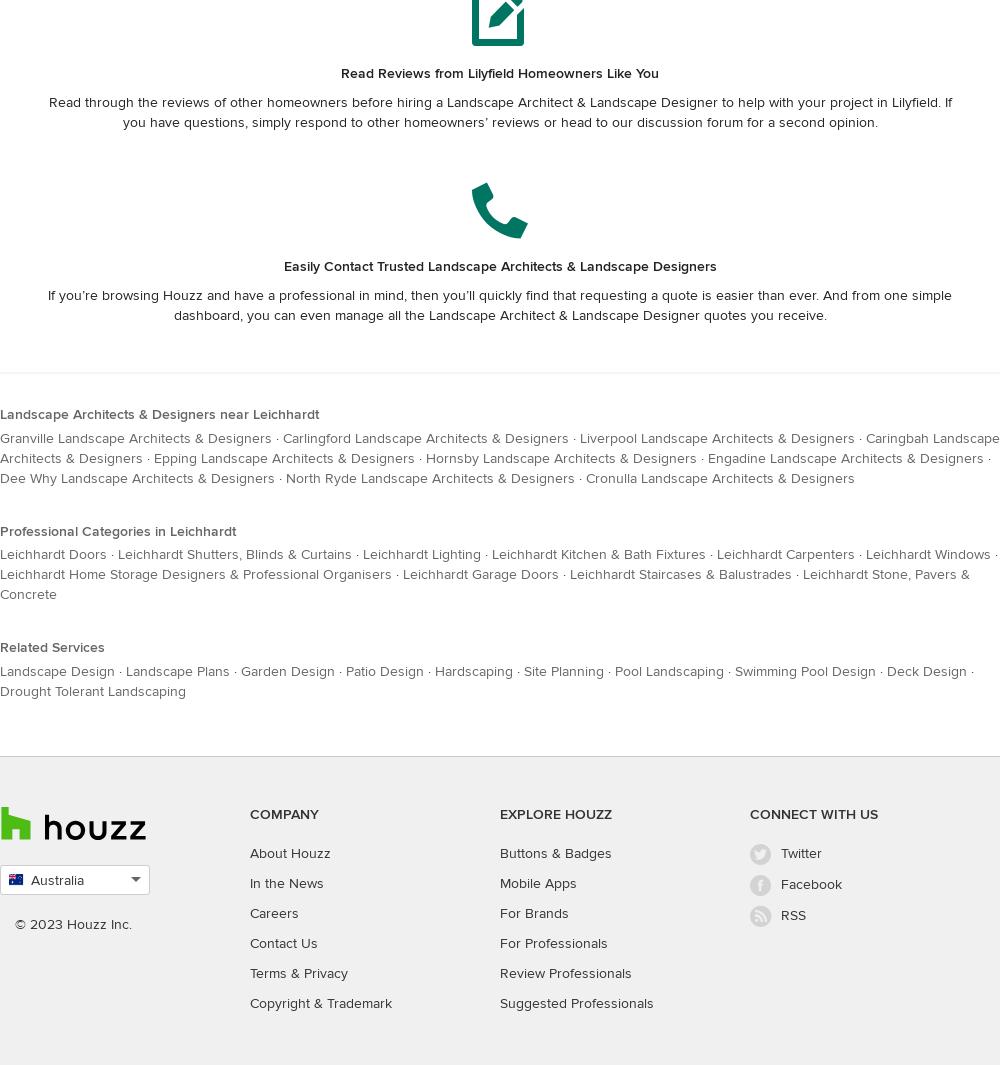 The height and width of the screenshot is (1065, 1000). I want to click on 'Australia', so click(57, 880).